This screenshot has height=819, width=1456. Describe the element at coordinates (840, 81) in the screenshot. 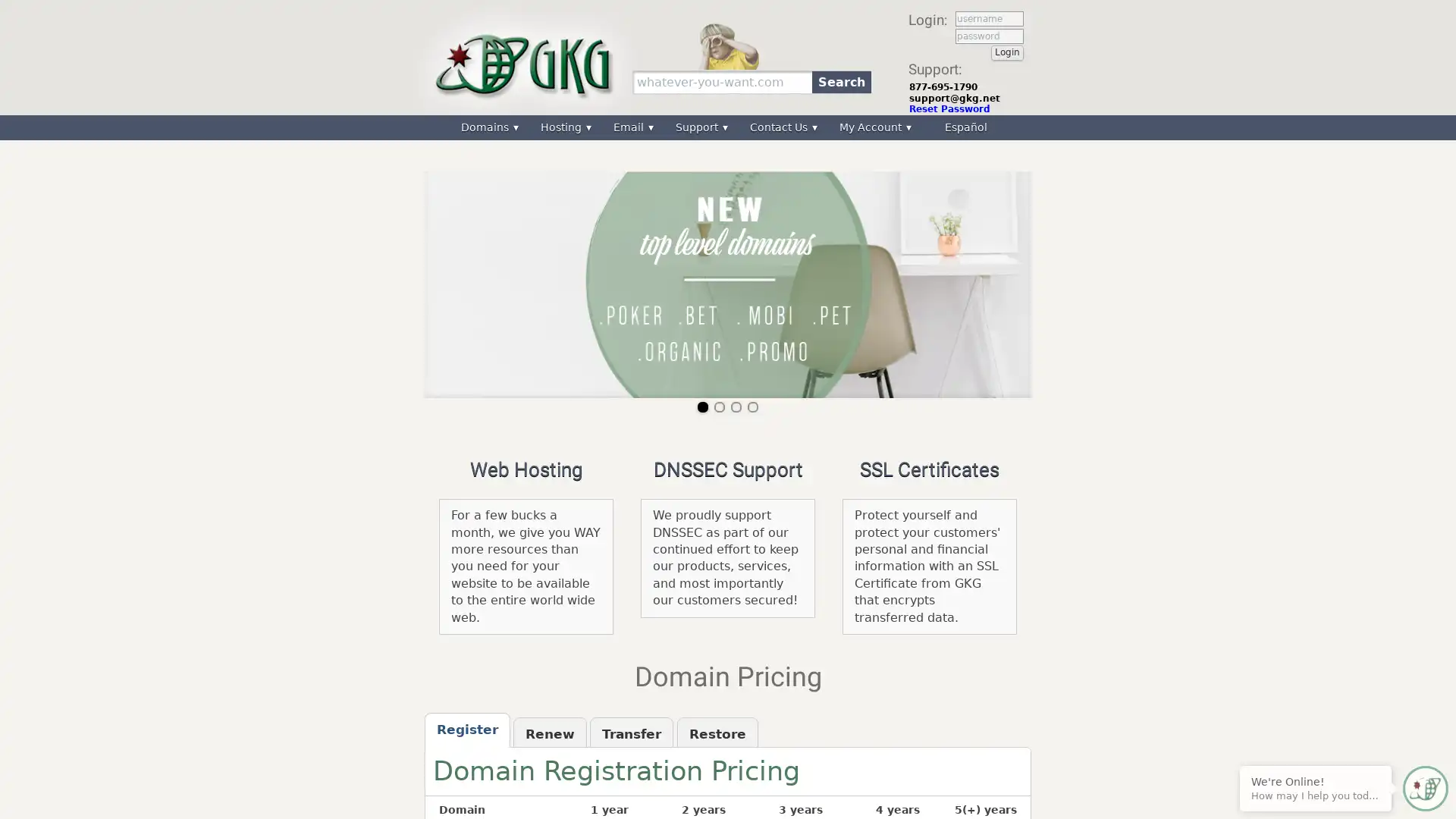

I see `Search` at that location.